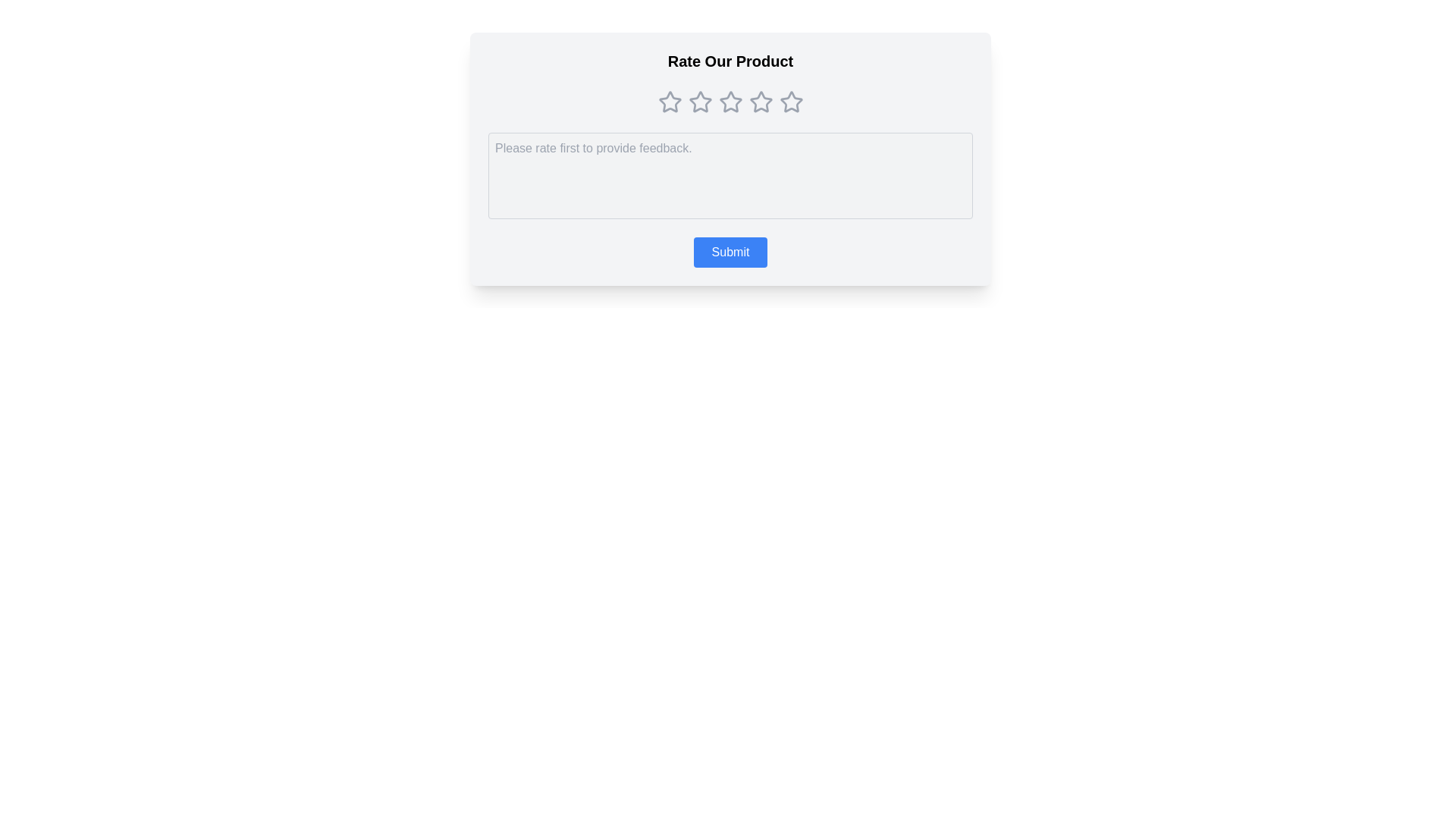  I want to click on the first star icon used for rating purposes located under the title 'Rate Our Product', so click(669, 102).